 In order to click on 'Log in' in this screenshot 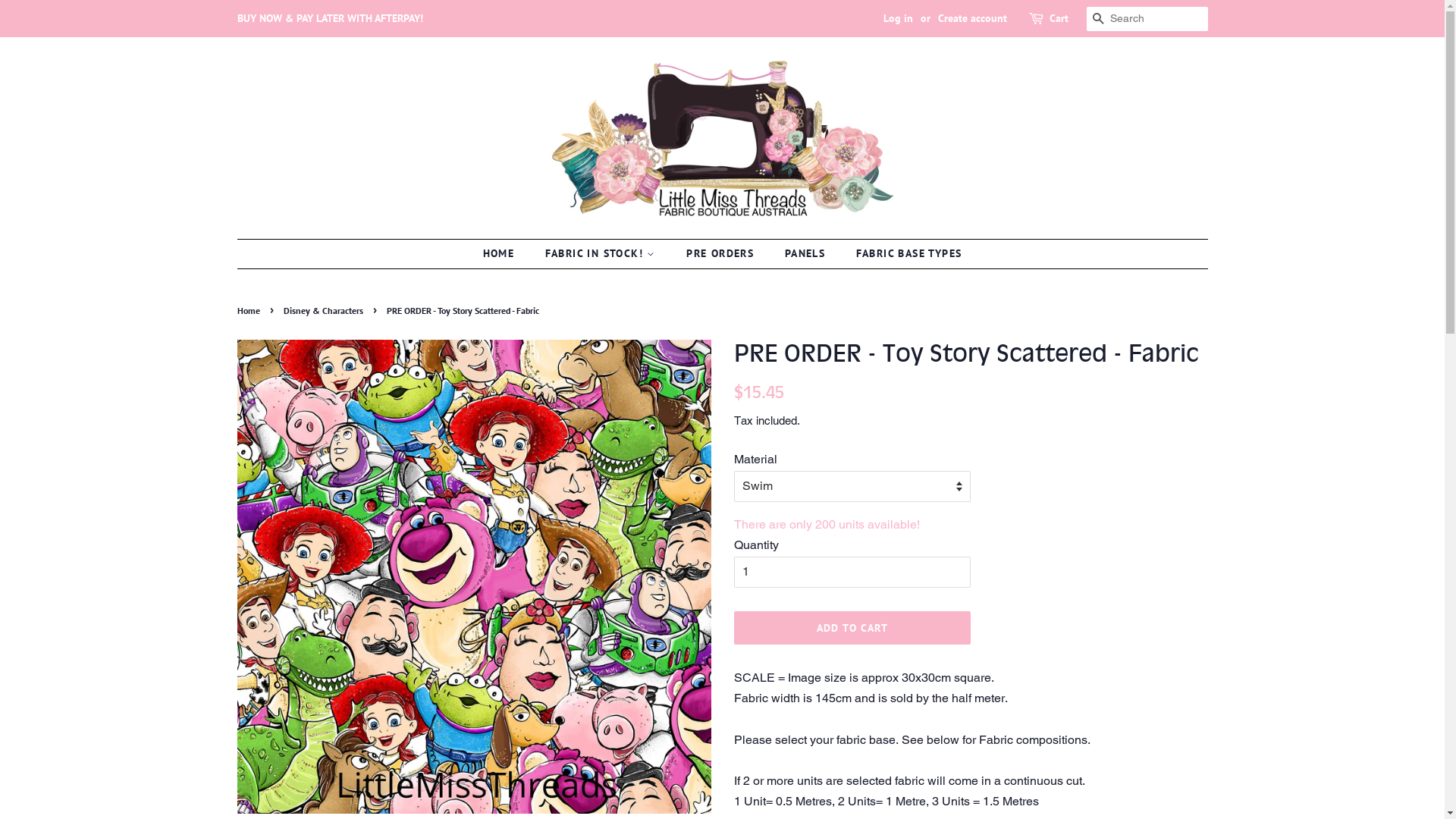, I will do `click(897, 17)`.